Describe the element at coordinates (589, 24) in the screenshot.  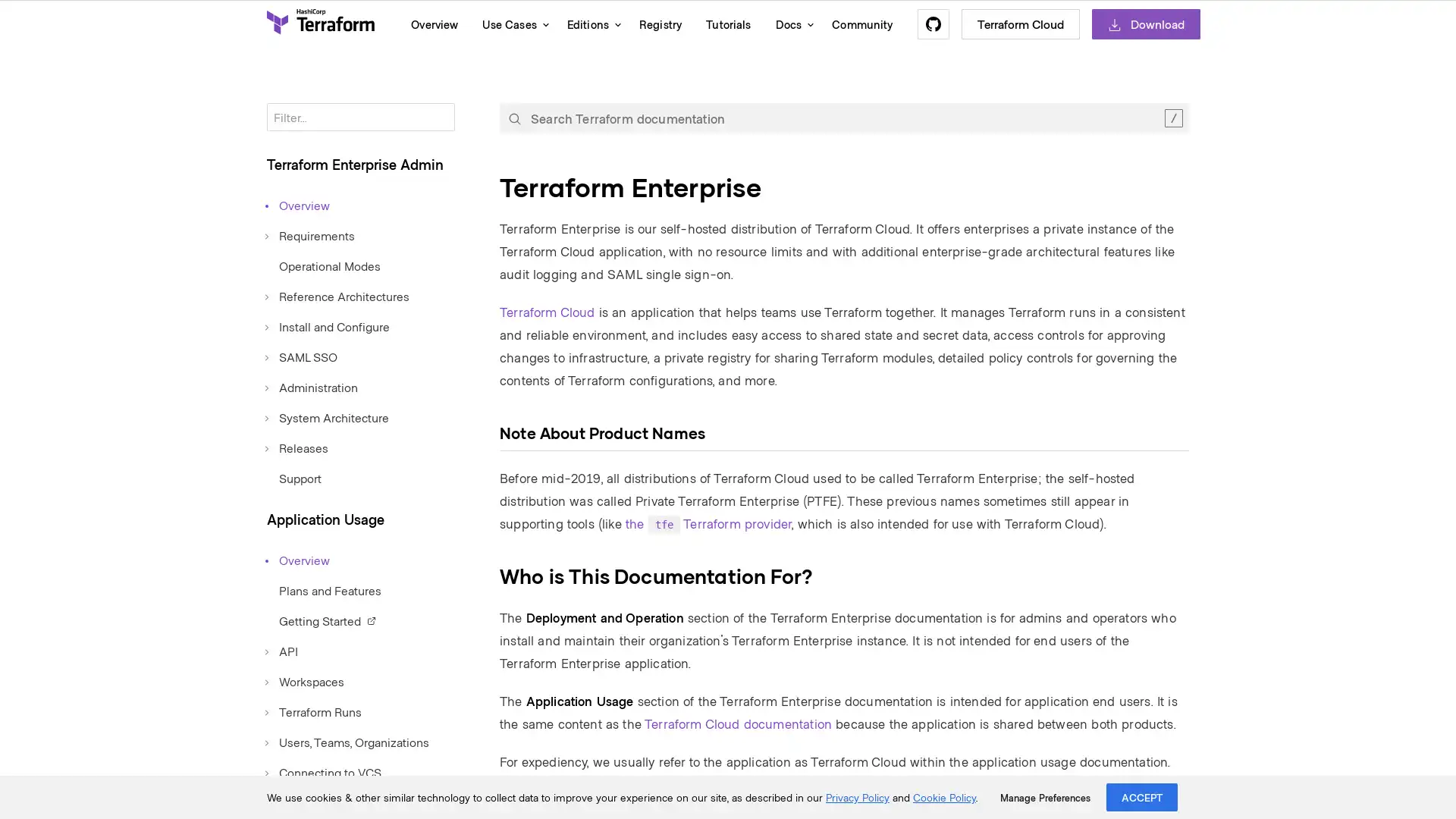
I see `Editions` at that location.